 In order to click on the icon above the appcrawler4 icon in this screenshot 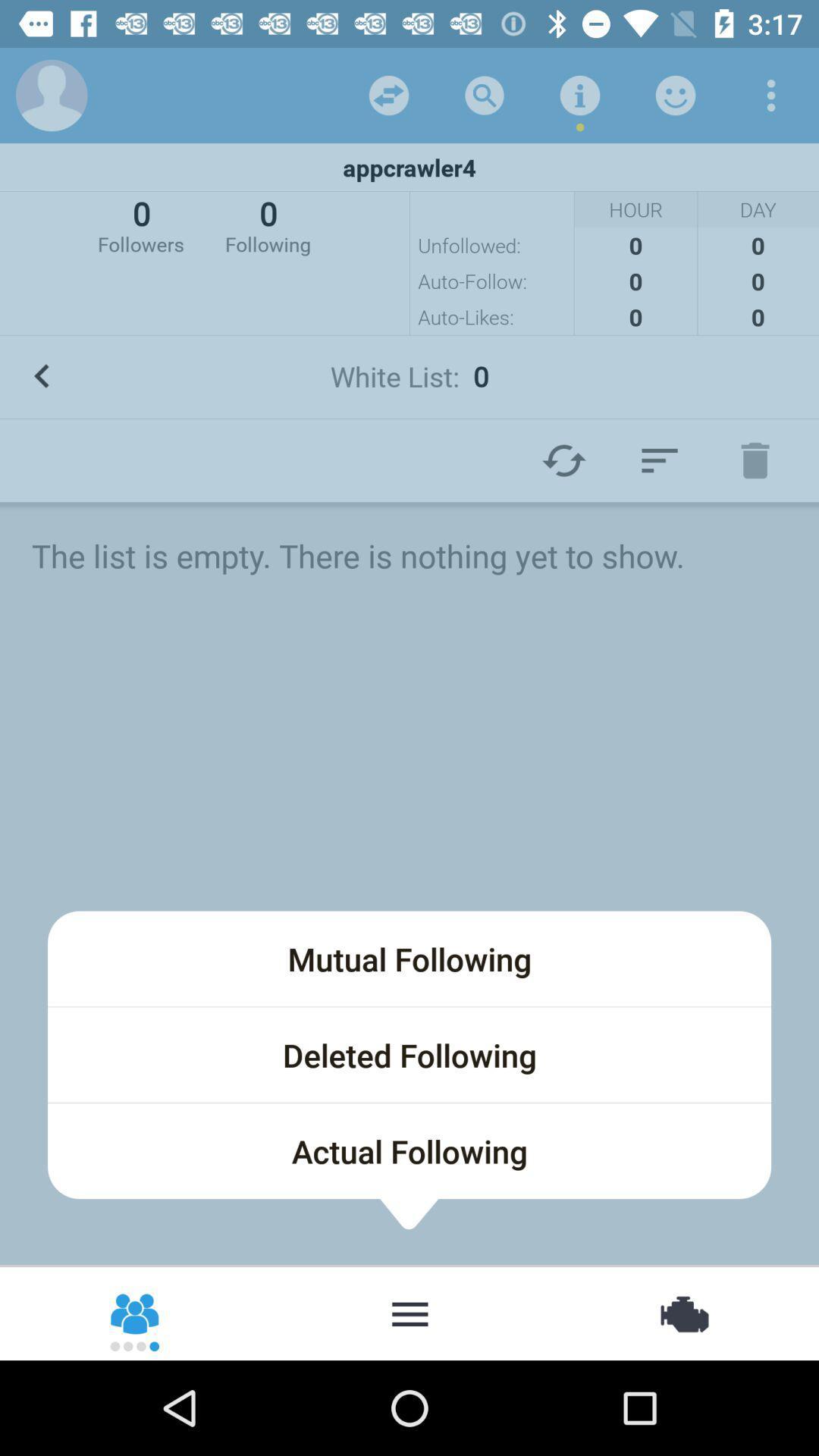, I will do `click(485, 94)`.